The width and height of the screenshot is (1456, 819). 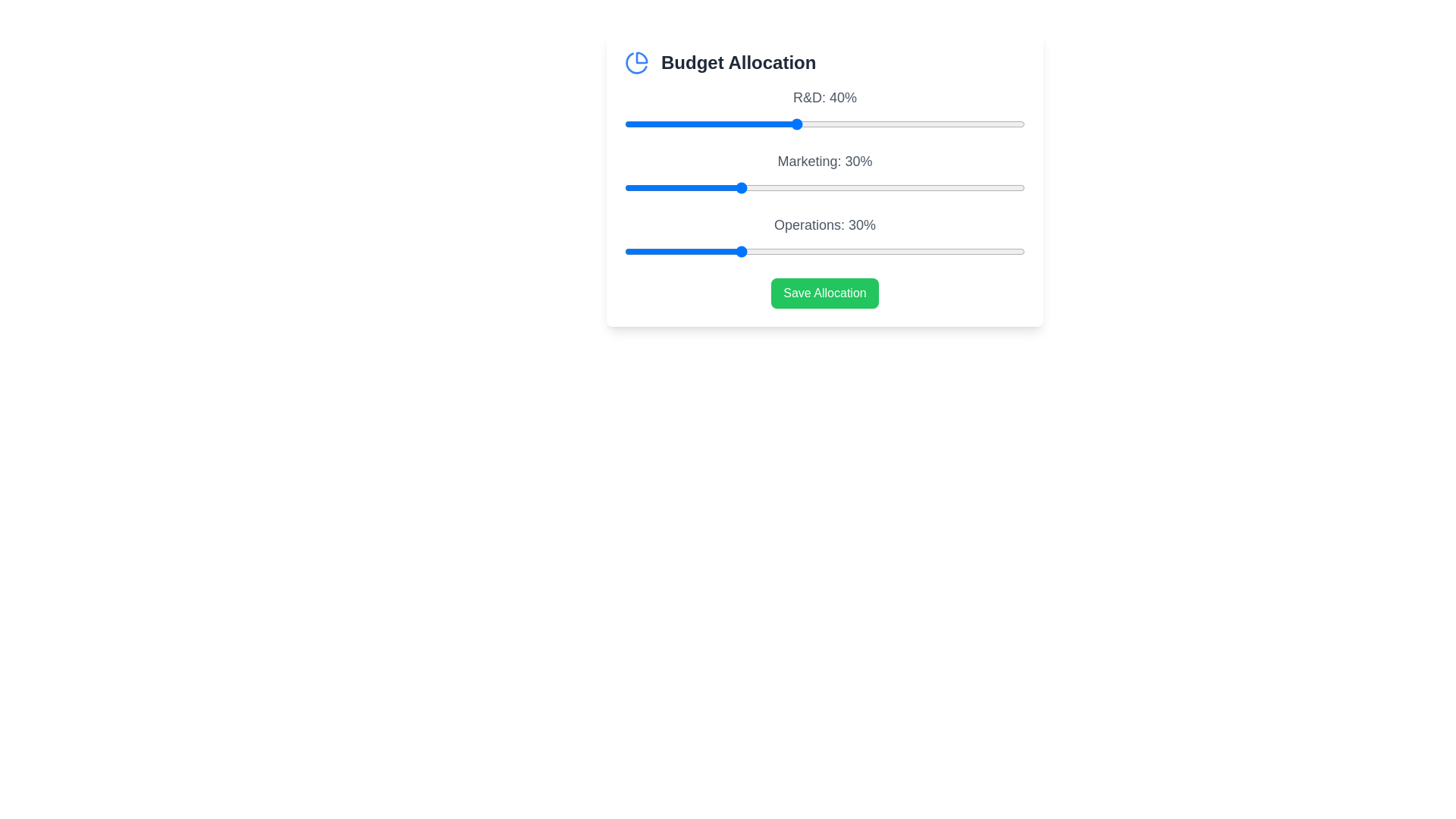 What do you see at coordinates (859, 250) in the screenshot?
I see `the 'Operations' slider to 51%` at bounding box center [859, 250].